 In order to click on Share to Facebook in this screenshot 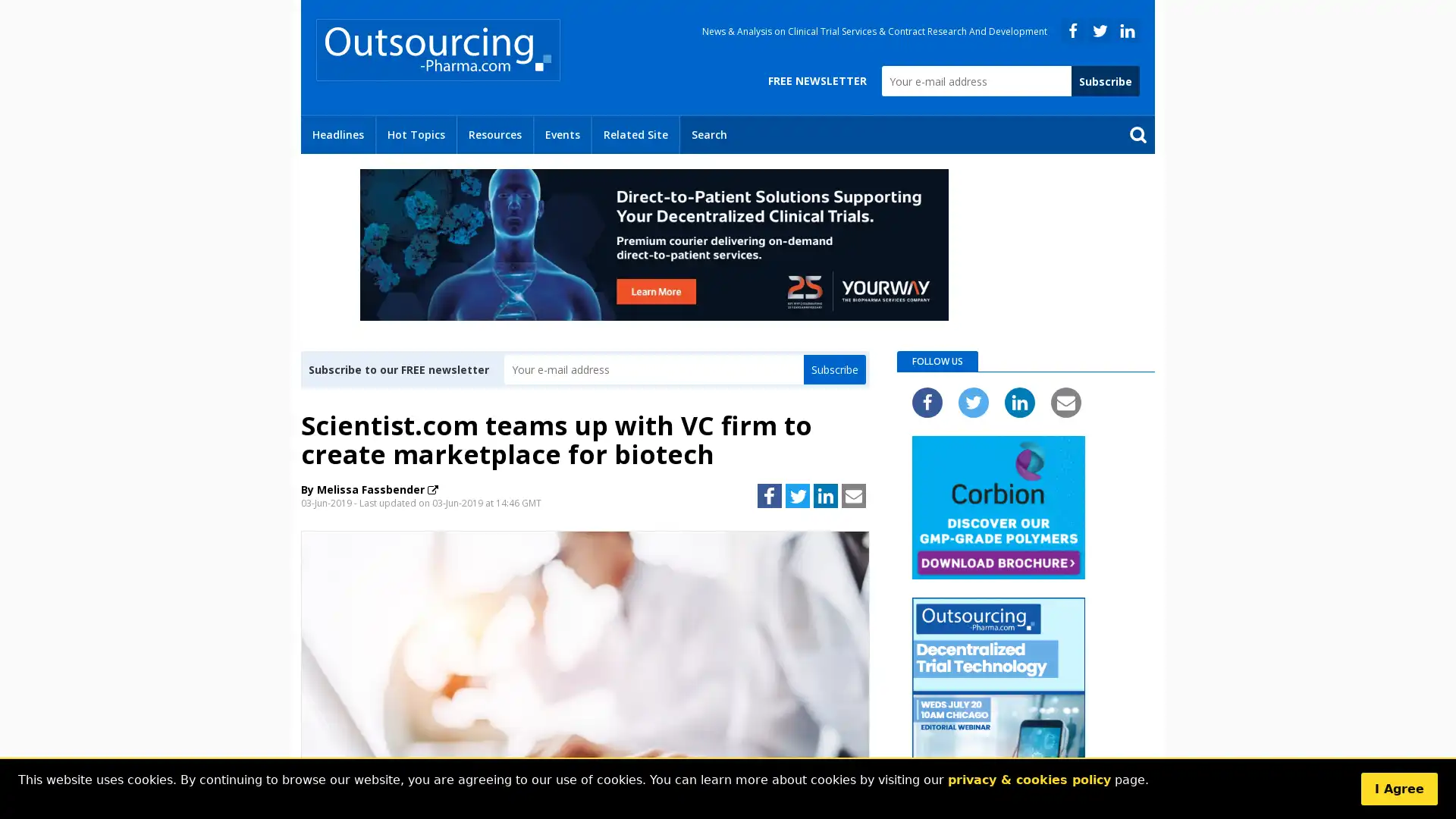, I will do `click(769, 494)`.